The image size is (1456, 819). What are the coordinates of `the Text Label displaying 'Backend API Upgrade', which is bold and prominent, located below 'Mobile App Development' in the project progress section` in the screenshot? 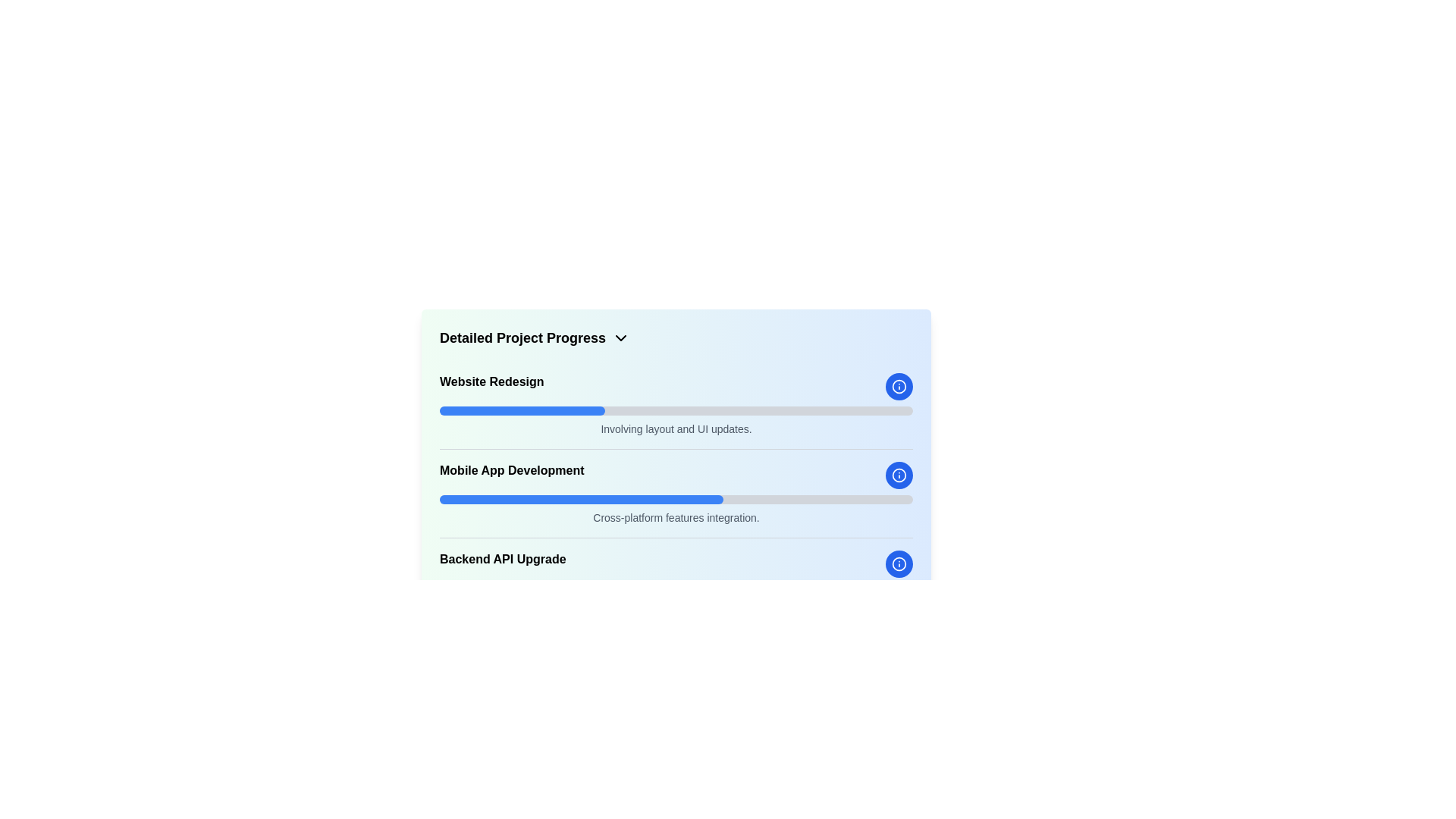 It's located at (503, 564).